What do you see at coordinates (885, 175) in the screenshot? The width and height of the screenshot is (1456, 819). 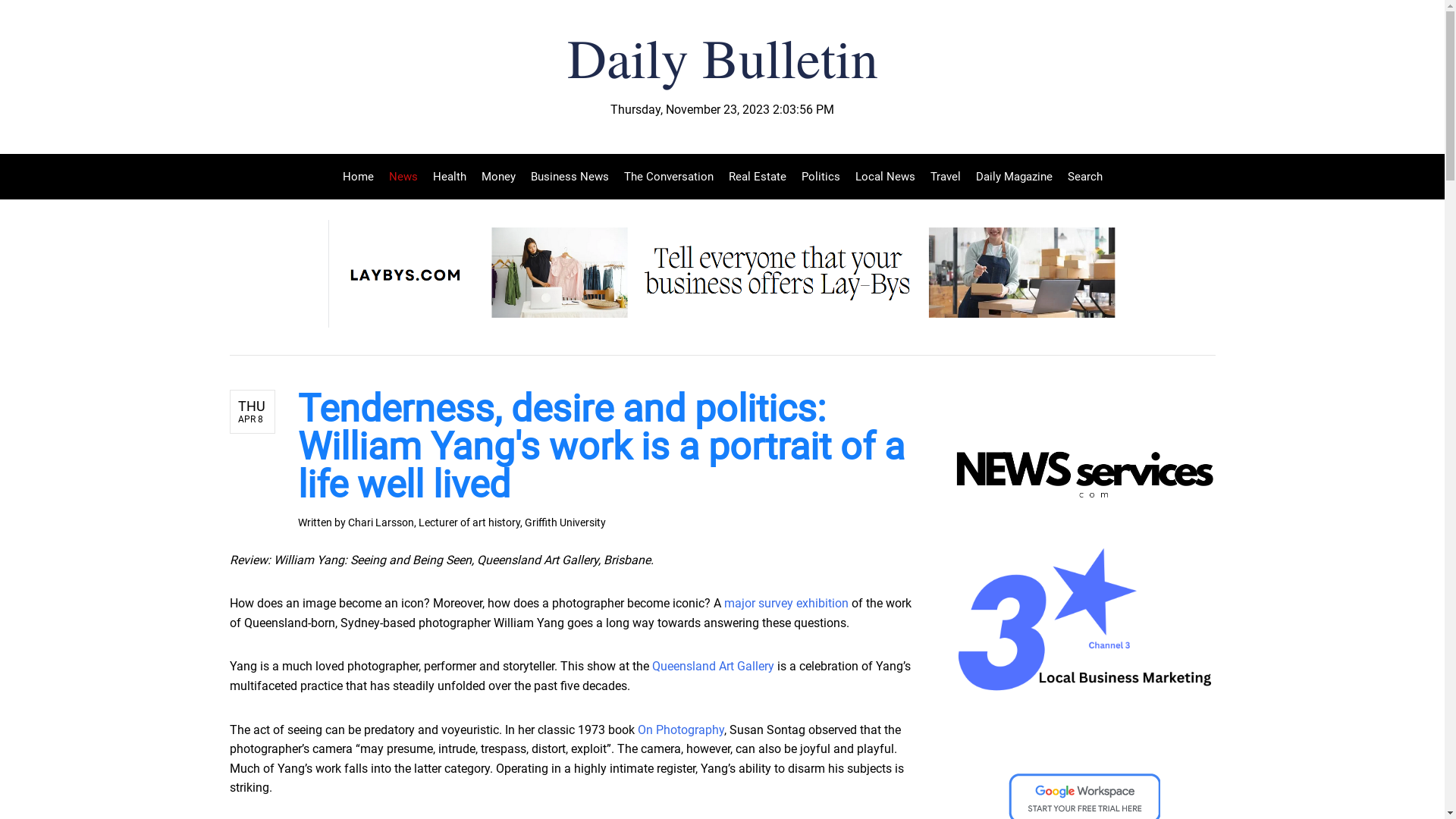 I see `'Local News'` at bounding box center [885, 175].